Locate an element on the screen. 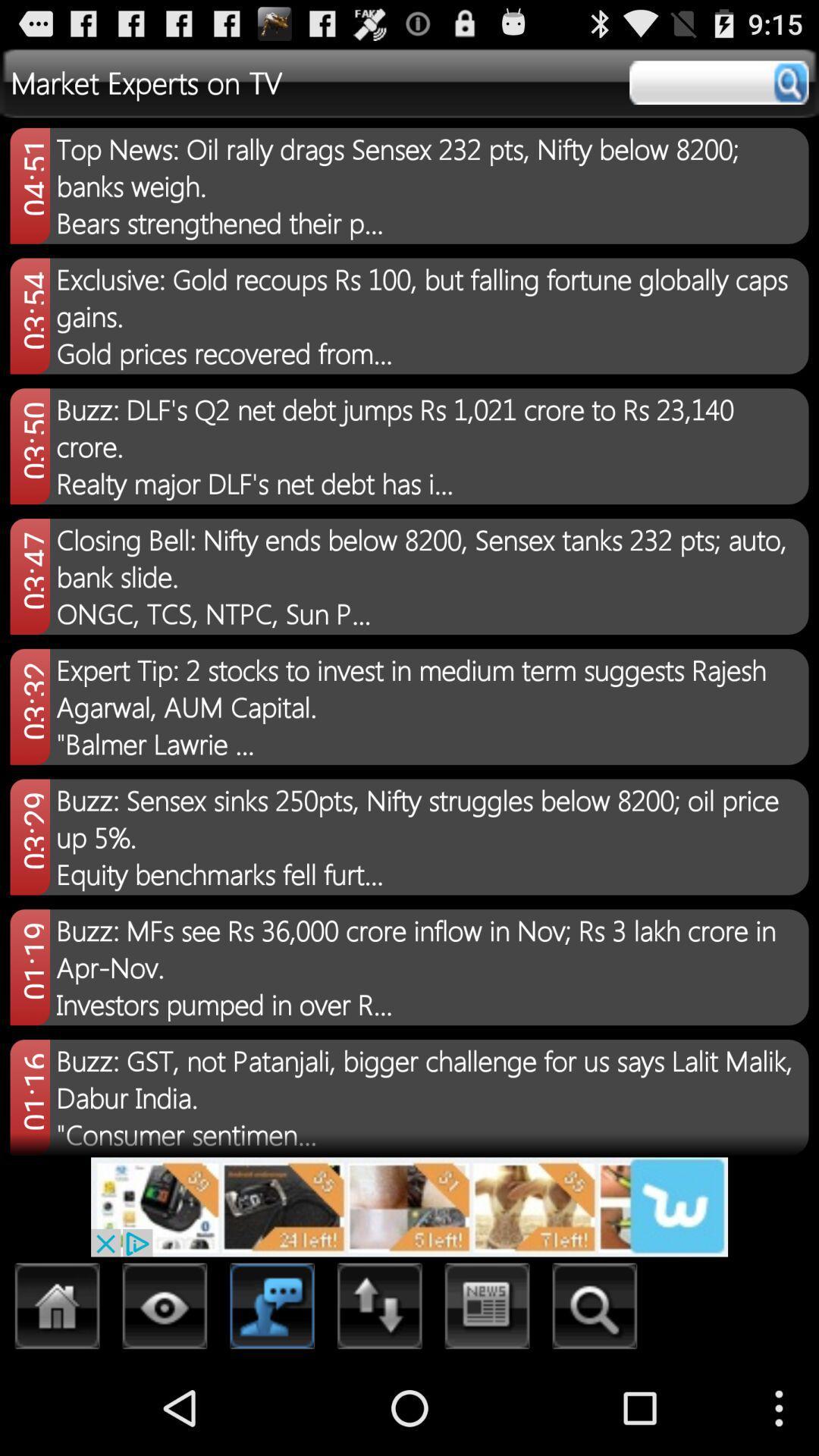  contain is located at coordinates (271, 1310).